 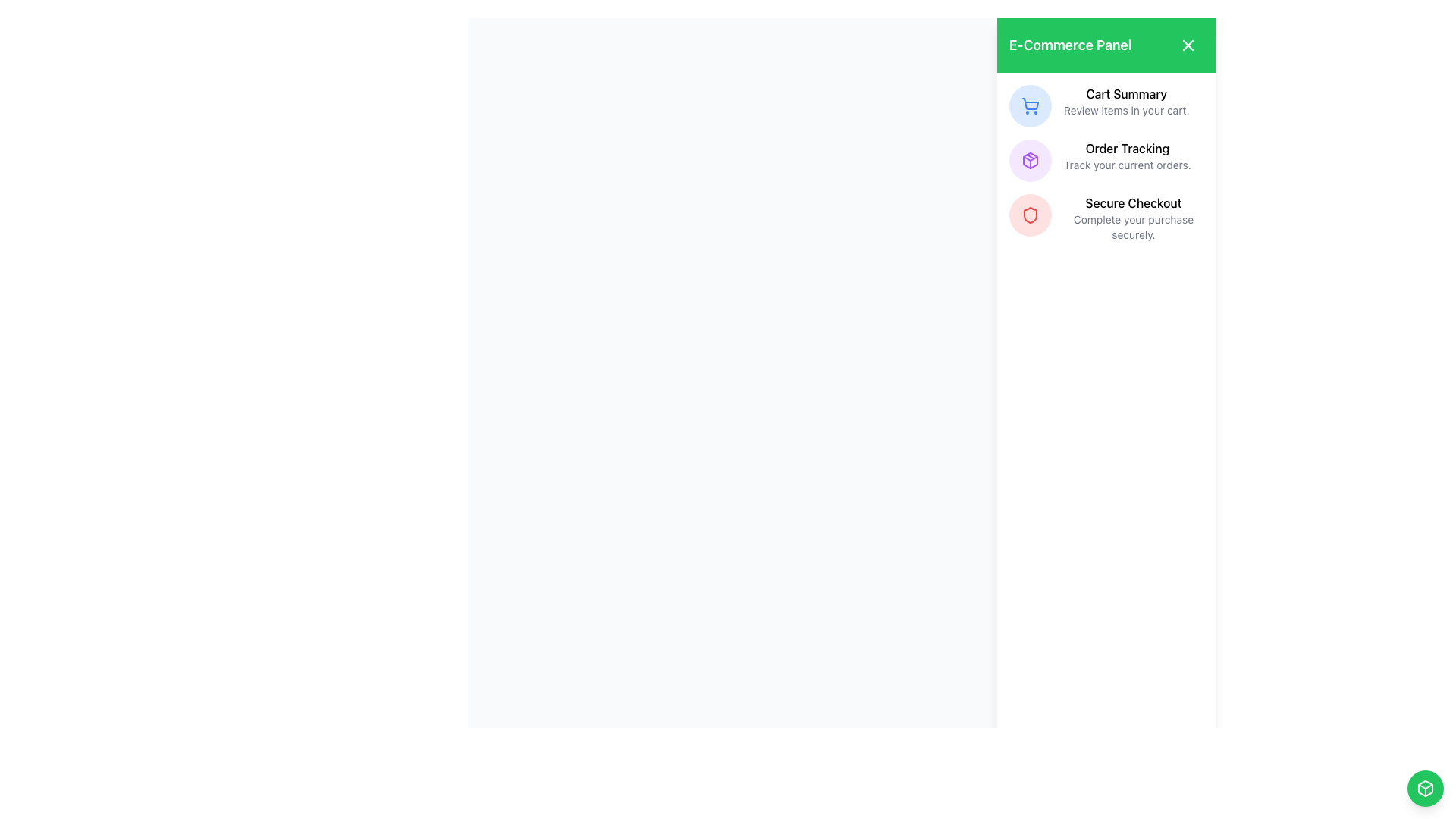 What do you see at coordinates (1127, 165) in the screenshot?
I see `the text label displaying 'Track your current orders.' which is positioned beneath the 'Order Tracking' heading, aligned to the left within a vertical layout` at bounding box center [1127, 165].